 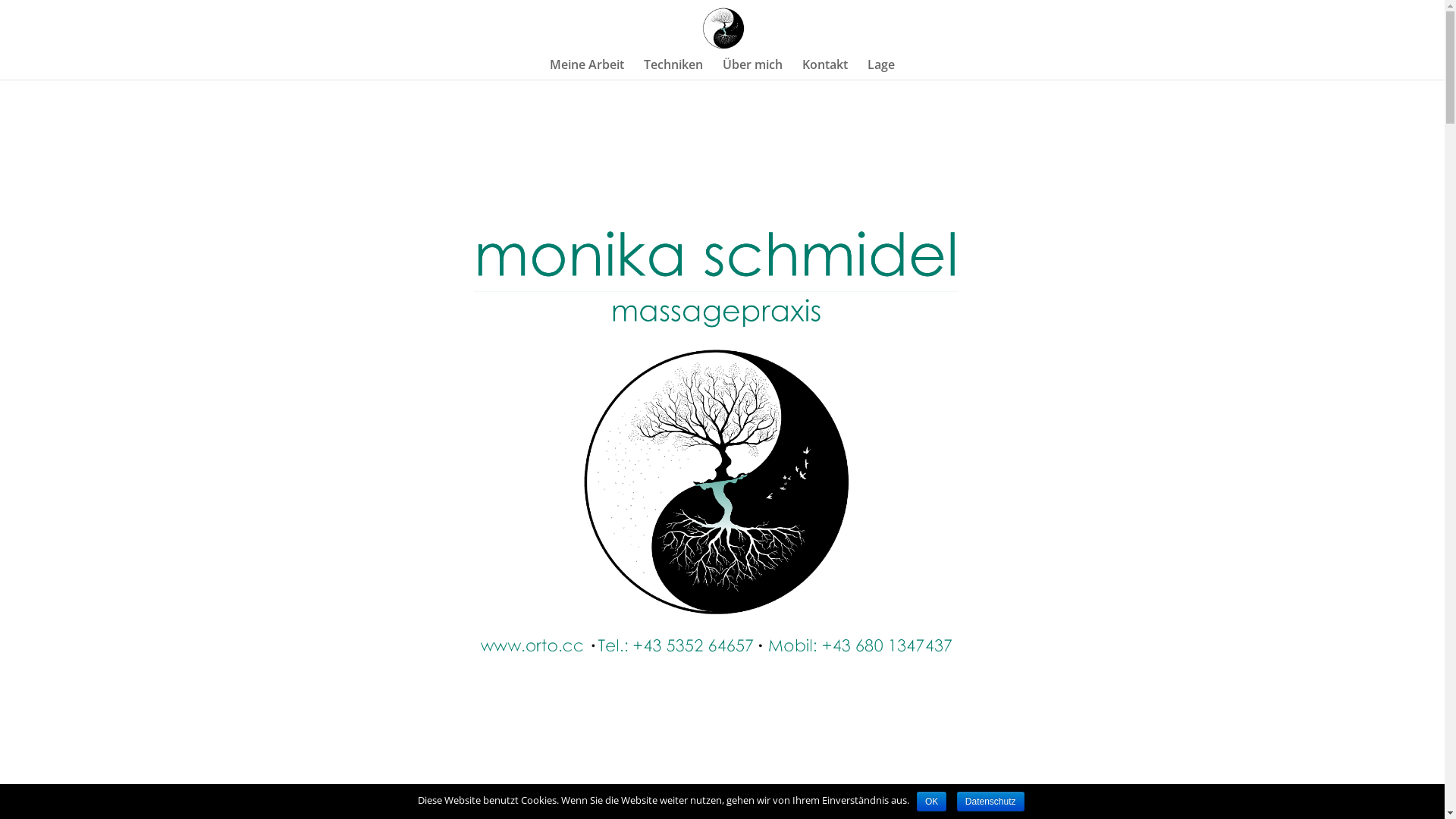 What do you see at coordinates (916, 800) in the screenshot?
I see `'OK'` at bounding box center [916, 800].